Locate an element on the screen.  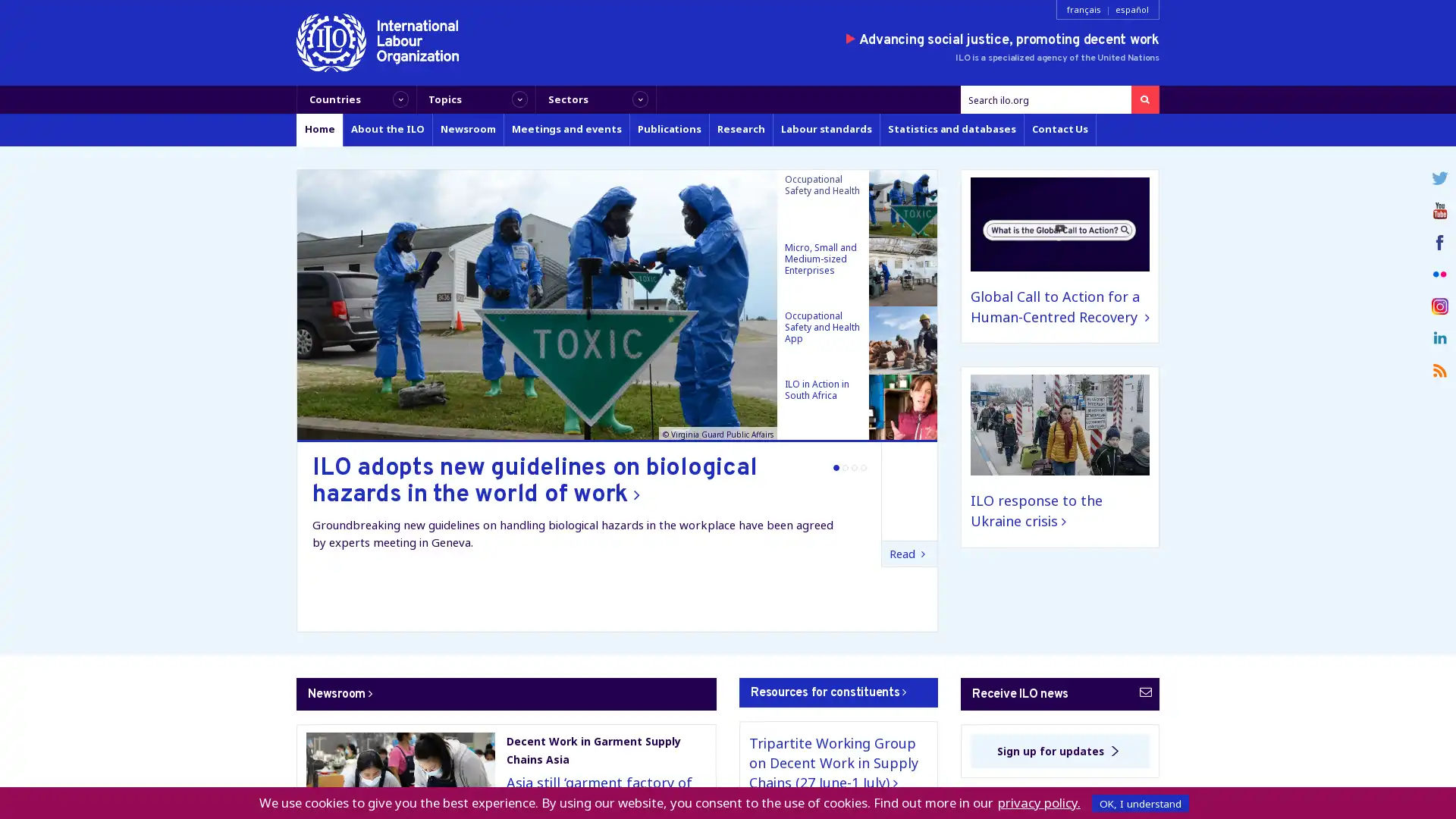
OK, I understand is located at coordinates (1140, 802).